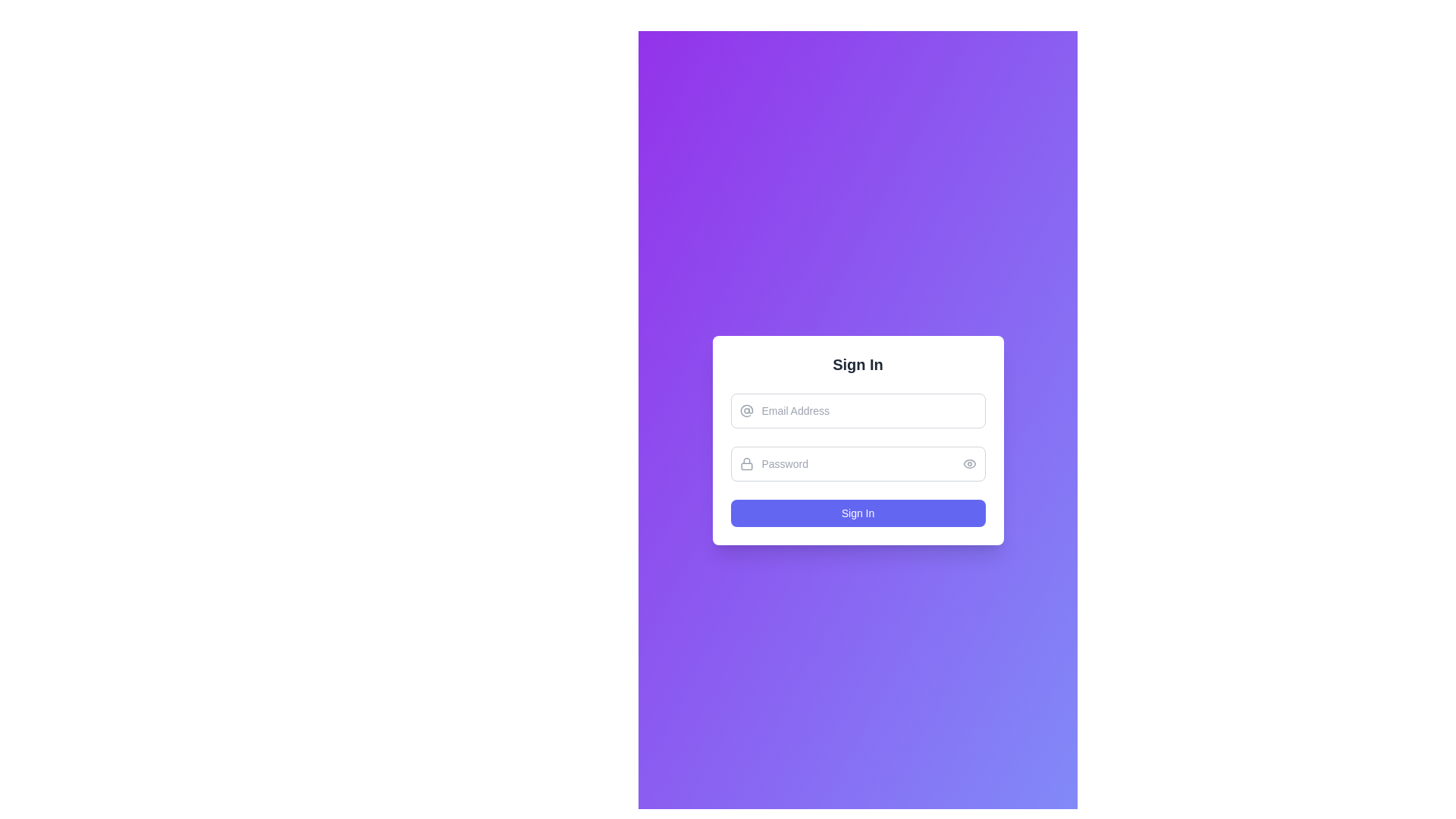 Image resolution: width=1456 pixels, height=819 pixels. What do you see at coordinates (746, 411) in the screenshot?
I see `the decorative SVG icon located to the immediate left of the 'Email Address' input field, which visually indicates the purpose of the input field` at bounding box center [746, 411].